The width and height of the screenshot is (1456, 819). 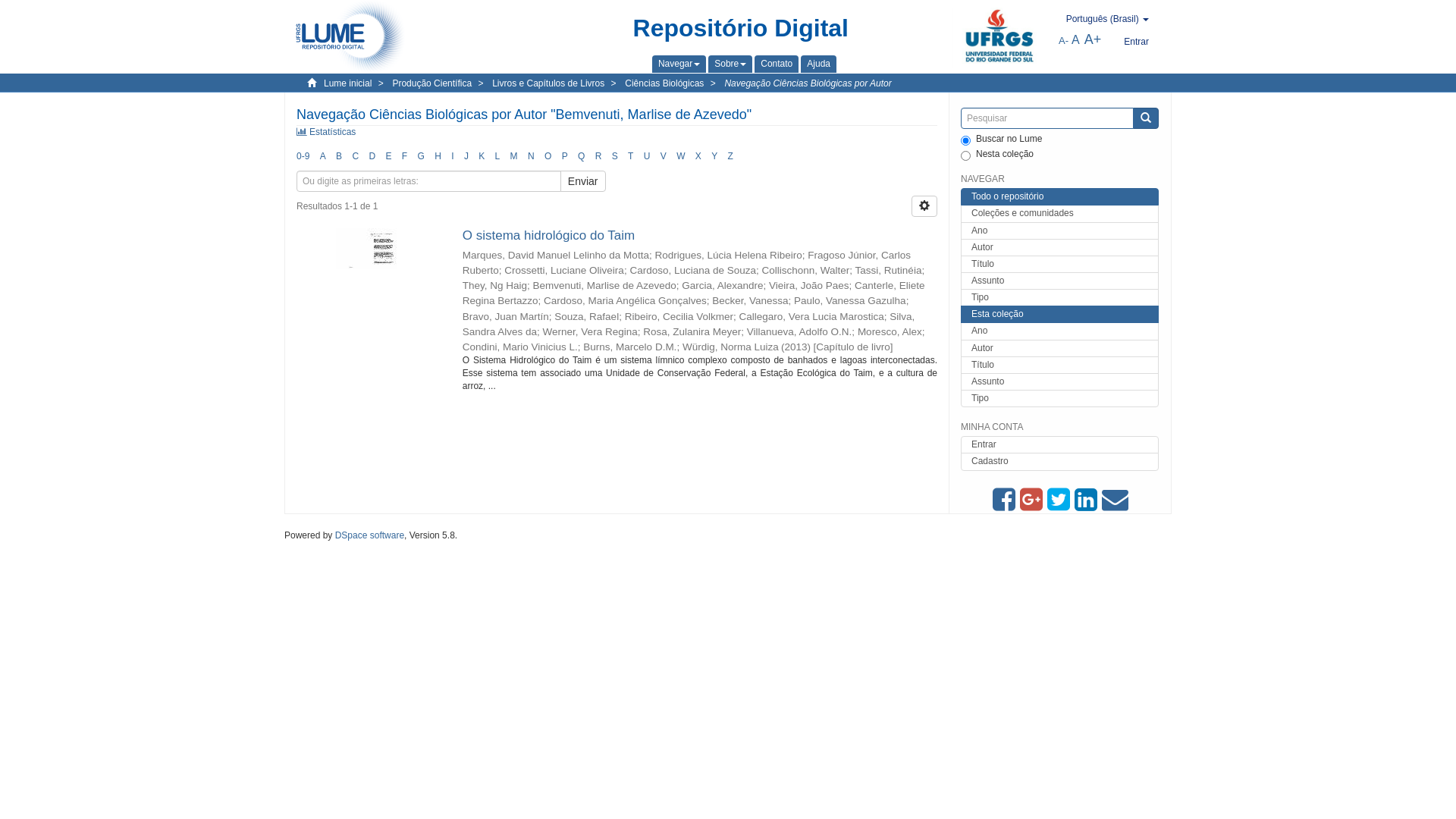 What do you see at coordinates (1062, 39) in the screenshot?
I see `'A-'` at bounding box center [1062, 39].